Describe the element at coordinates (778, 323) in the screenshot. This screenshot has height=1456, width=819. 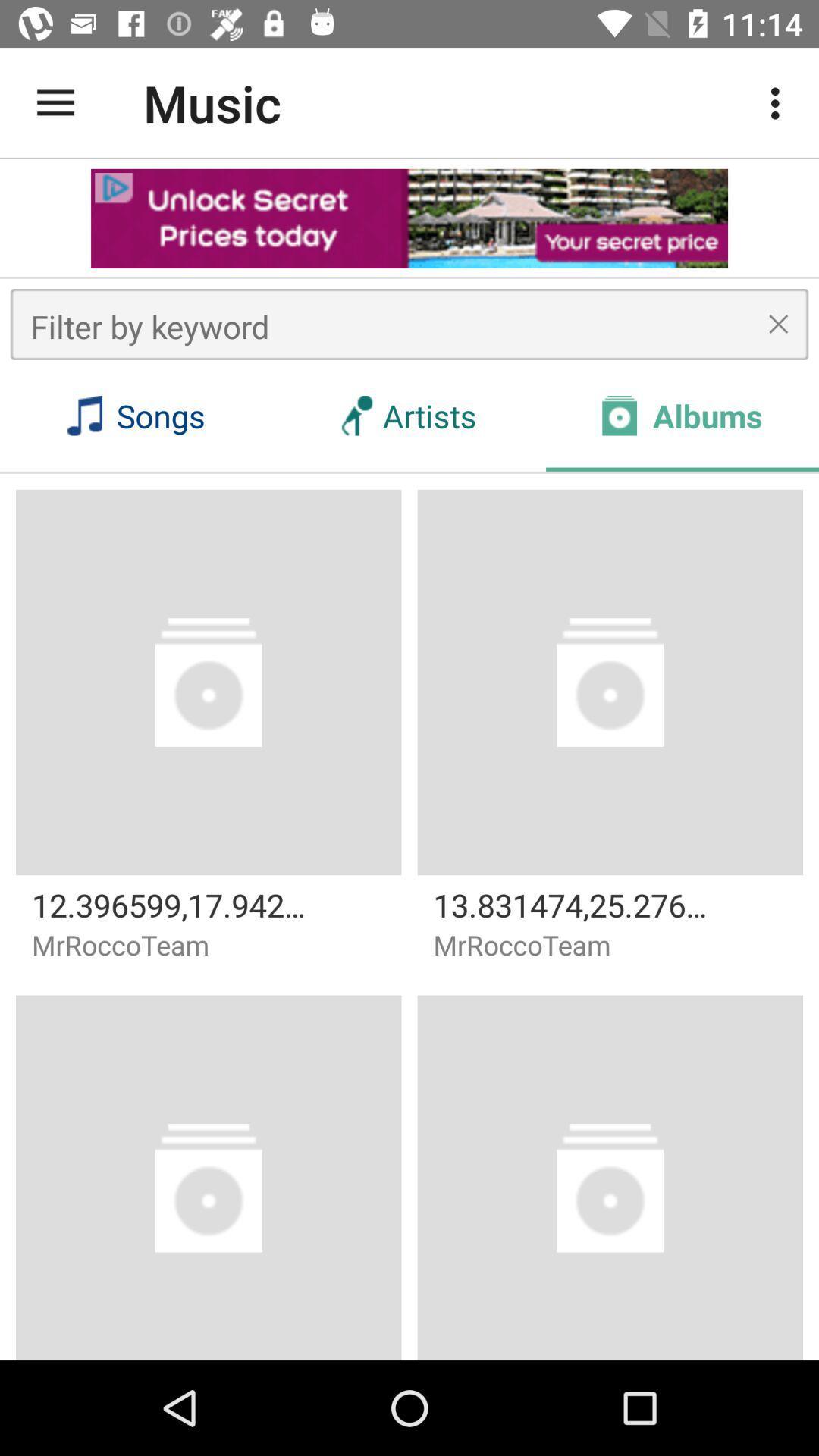
I see `the symbol` at that location.